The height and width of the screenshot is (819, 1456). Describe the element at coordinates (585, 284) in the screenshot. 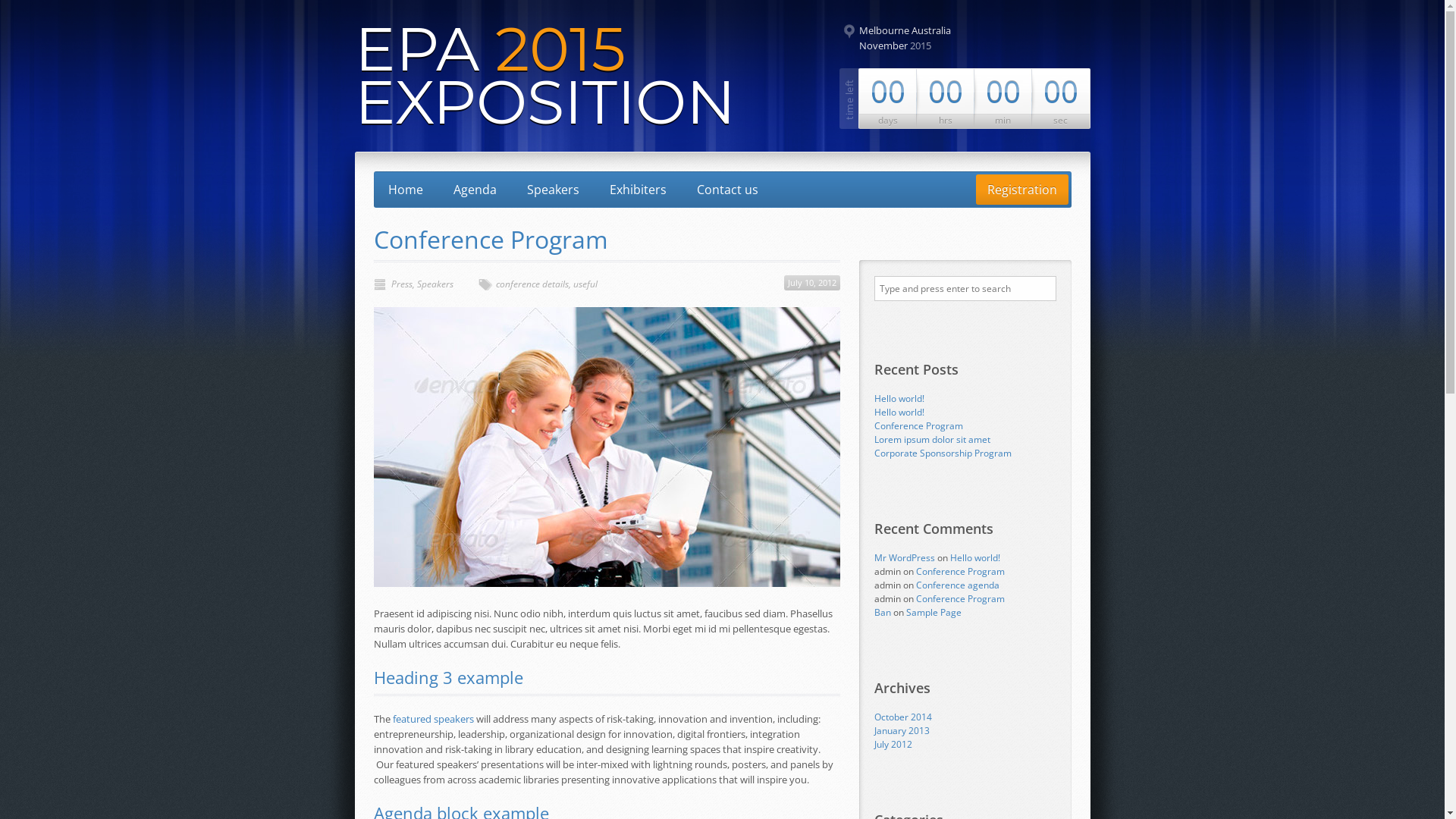

I see `'useful'` at that location.